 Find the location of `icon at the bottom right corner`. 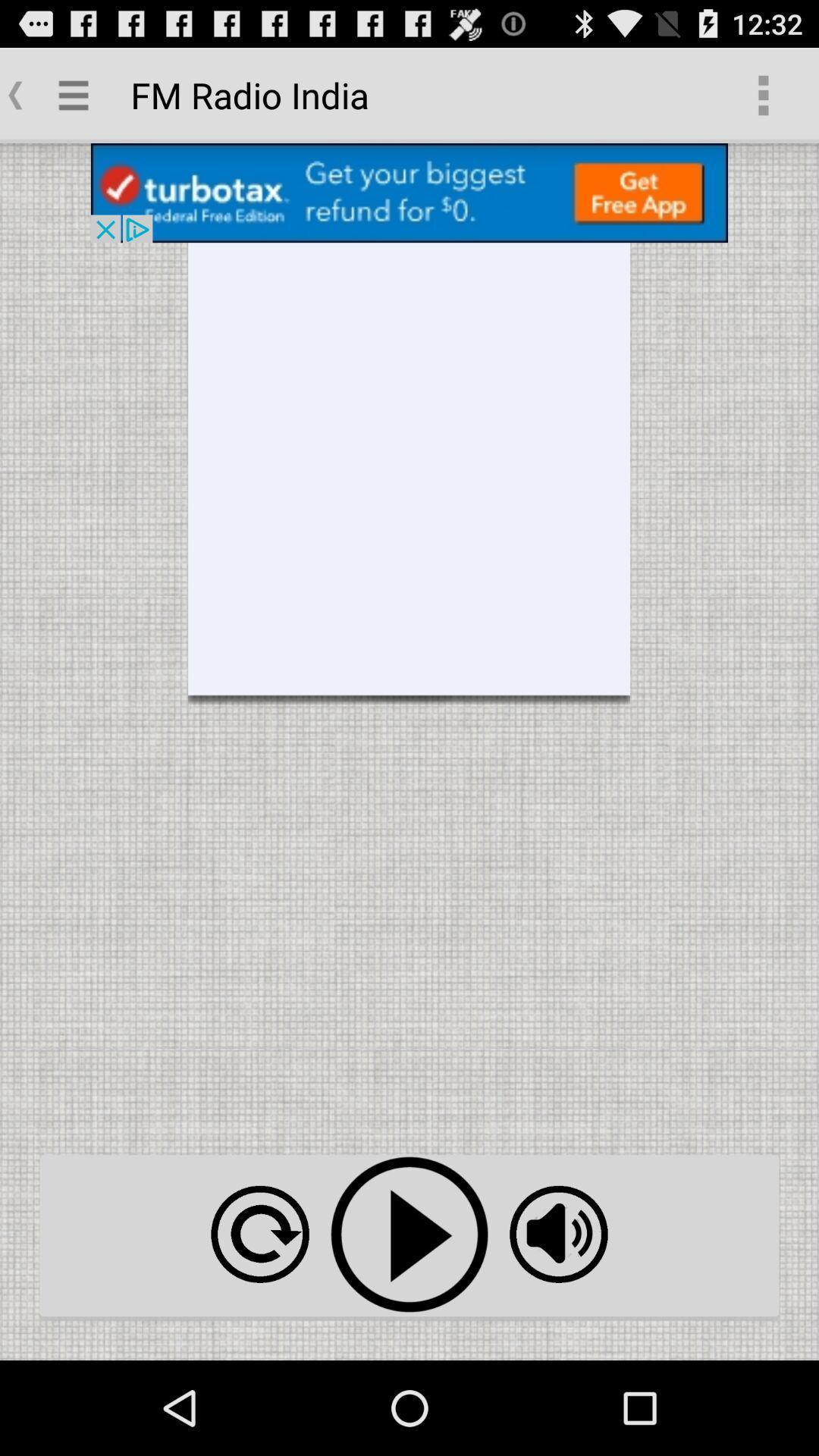

icon at the bottom right corner is located at coordinates (558, 1234).